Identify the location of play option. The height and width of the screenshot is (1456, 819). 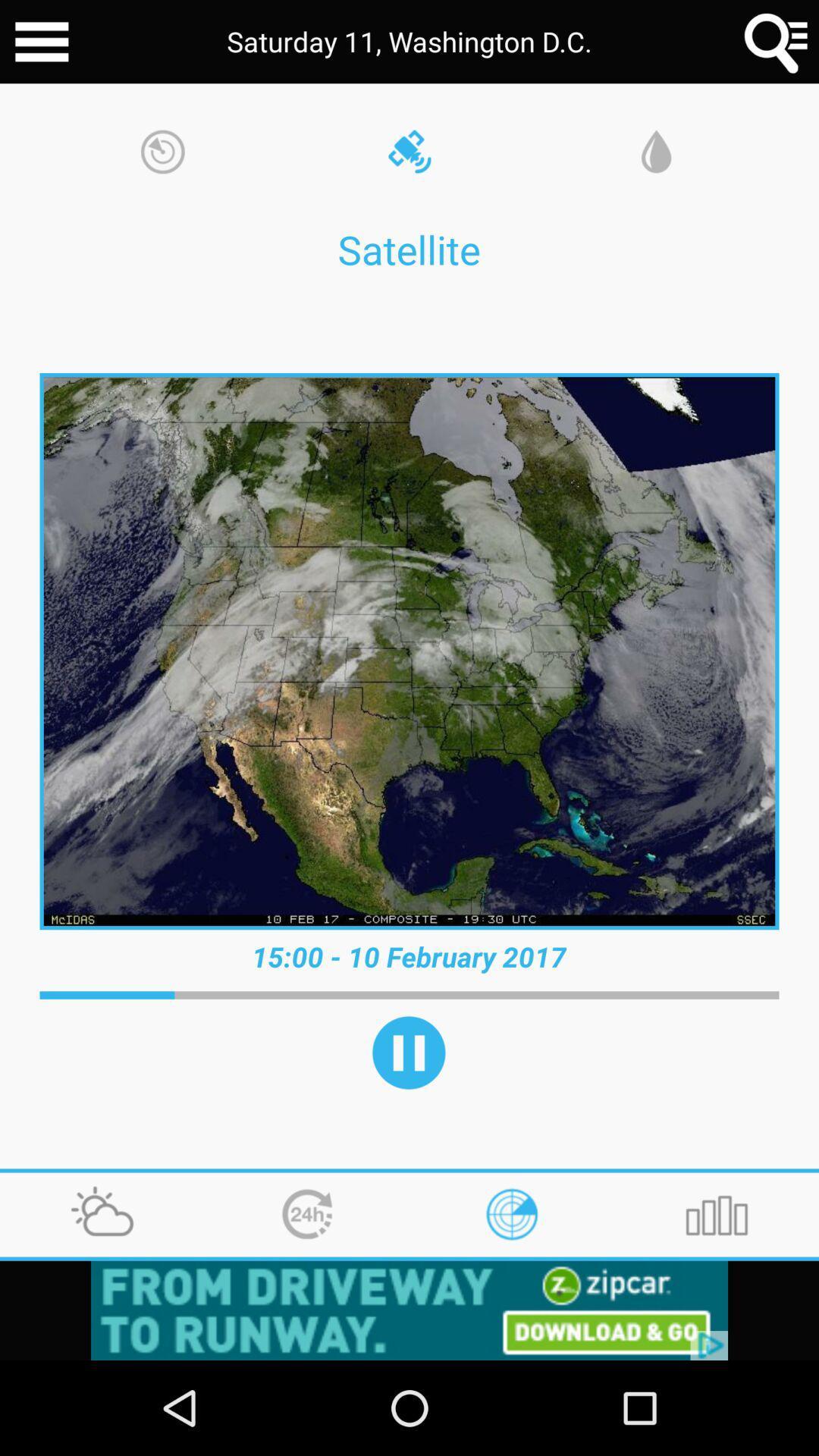
(408, 1052).